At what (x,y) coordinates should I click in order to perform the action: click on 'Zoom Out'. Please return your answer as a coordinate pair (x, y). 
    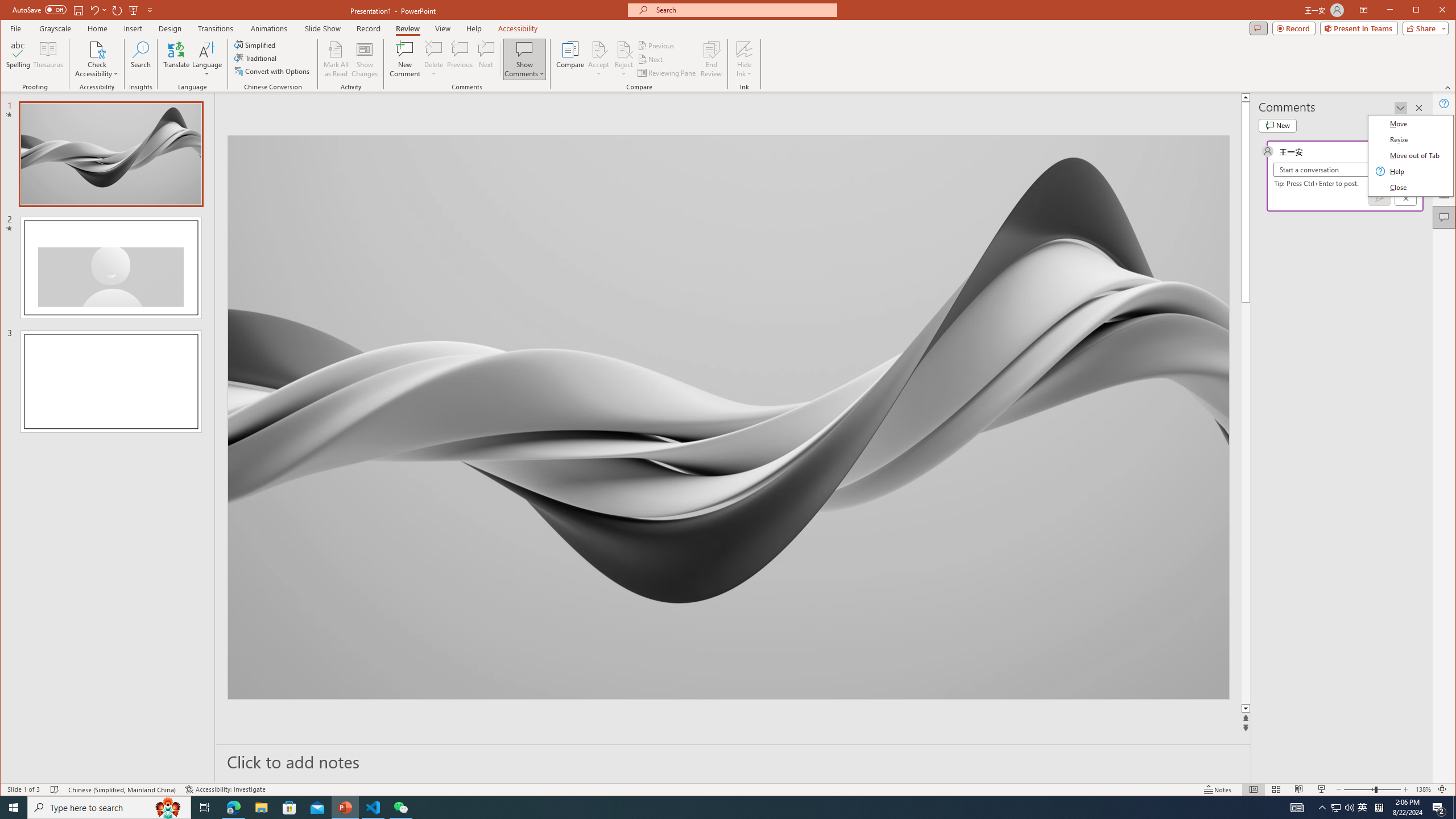
    Looking at the image, I should click on (1358, 789).